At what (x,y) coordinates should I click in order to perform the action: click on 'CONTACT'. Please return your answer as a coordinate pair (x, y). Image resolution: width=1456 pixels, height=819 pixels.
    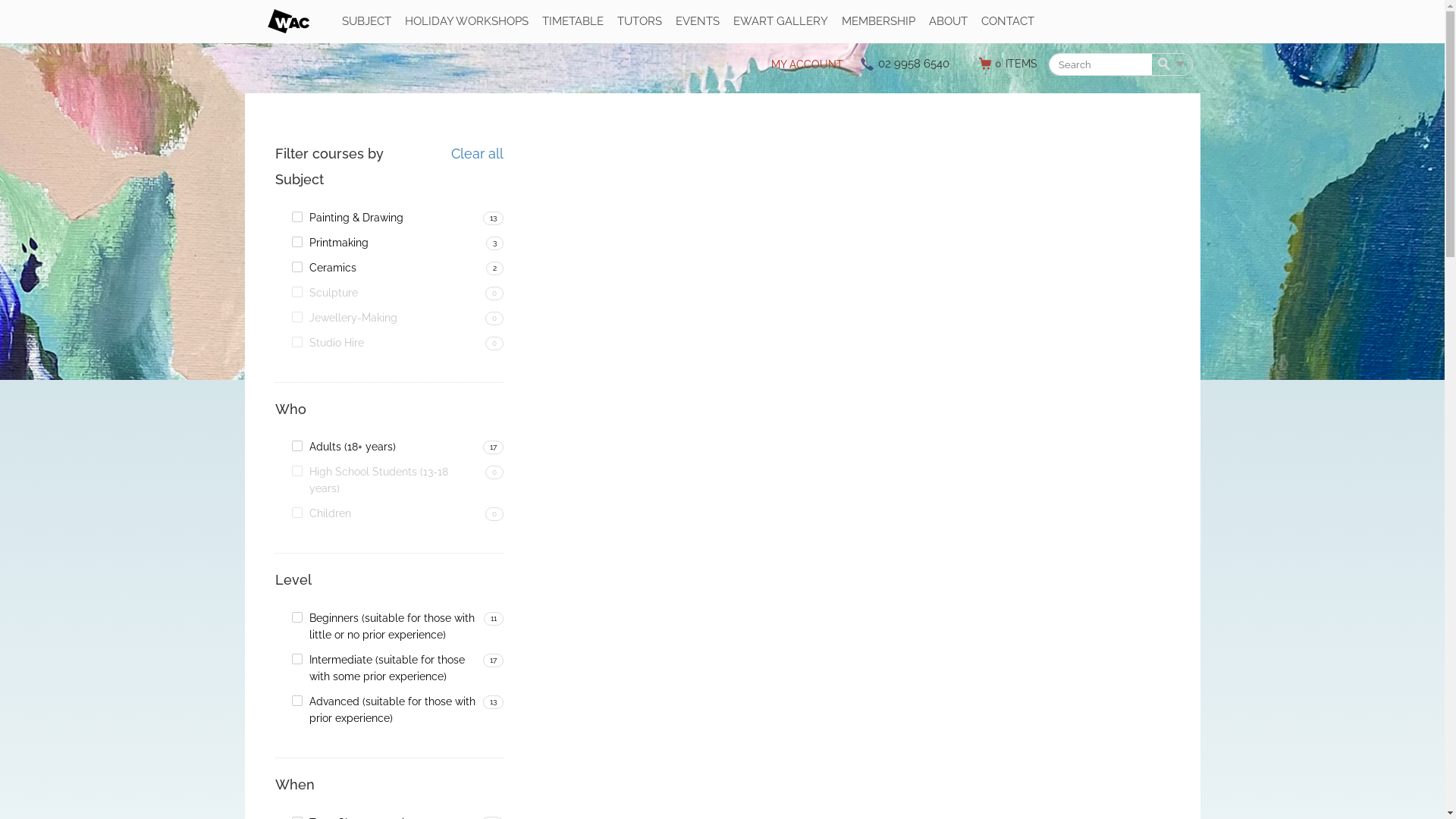
    Looking at the image, I should click on (1008, 20).